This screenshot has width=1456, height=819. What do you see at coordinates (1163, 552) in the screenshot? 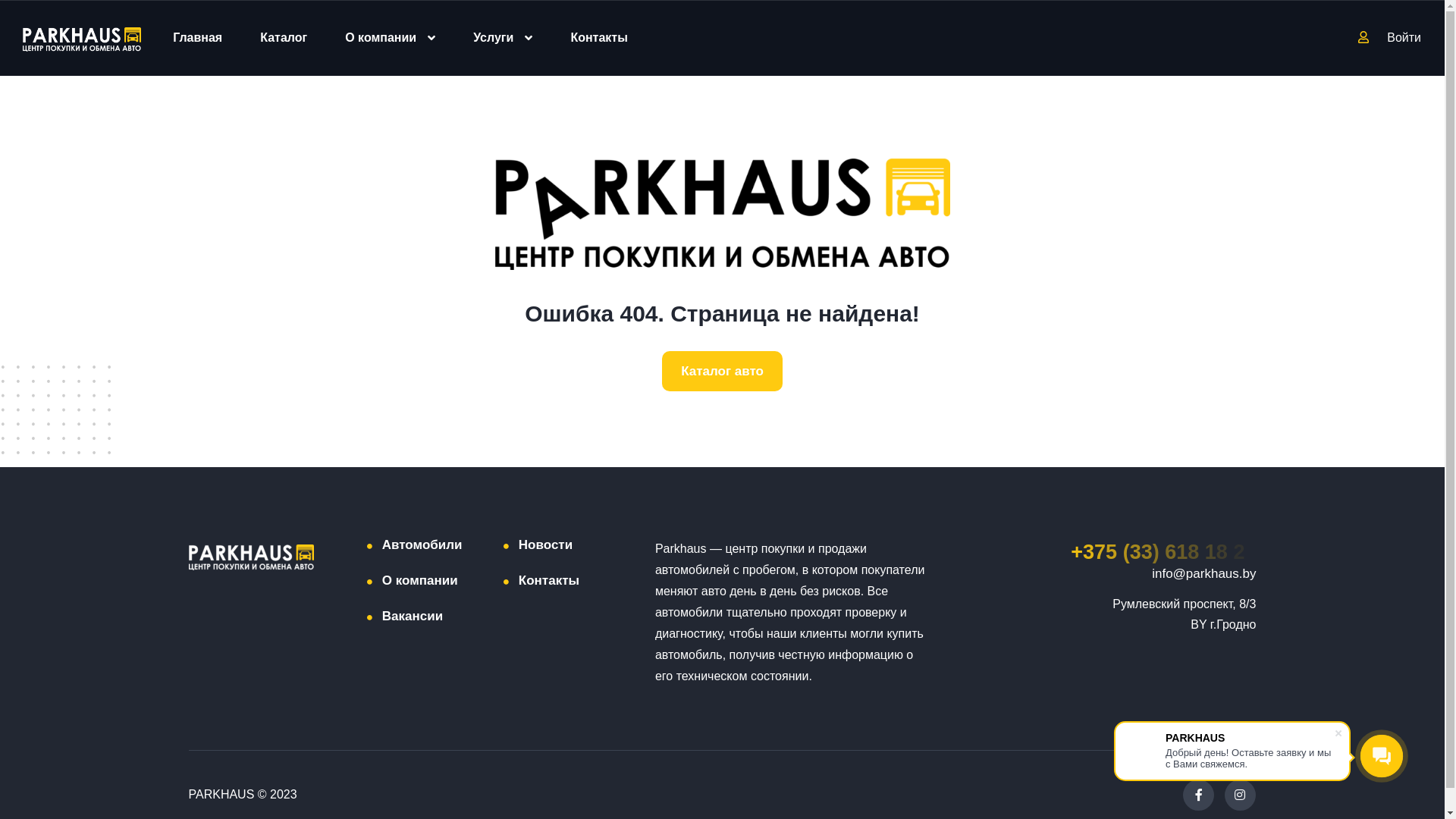
I see `'+375 (33) 618 18 2'` at bounding box center [1163, 552].